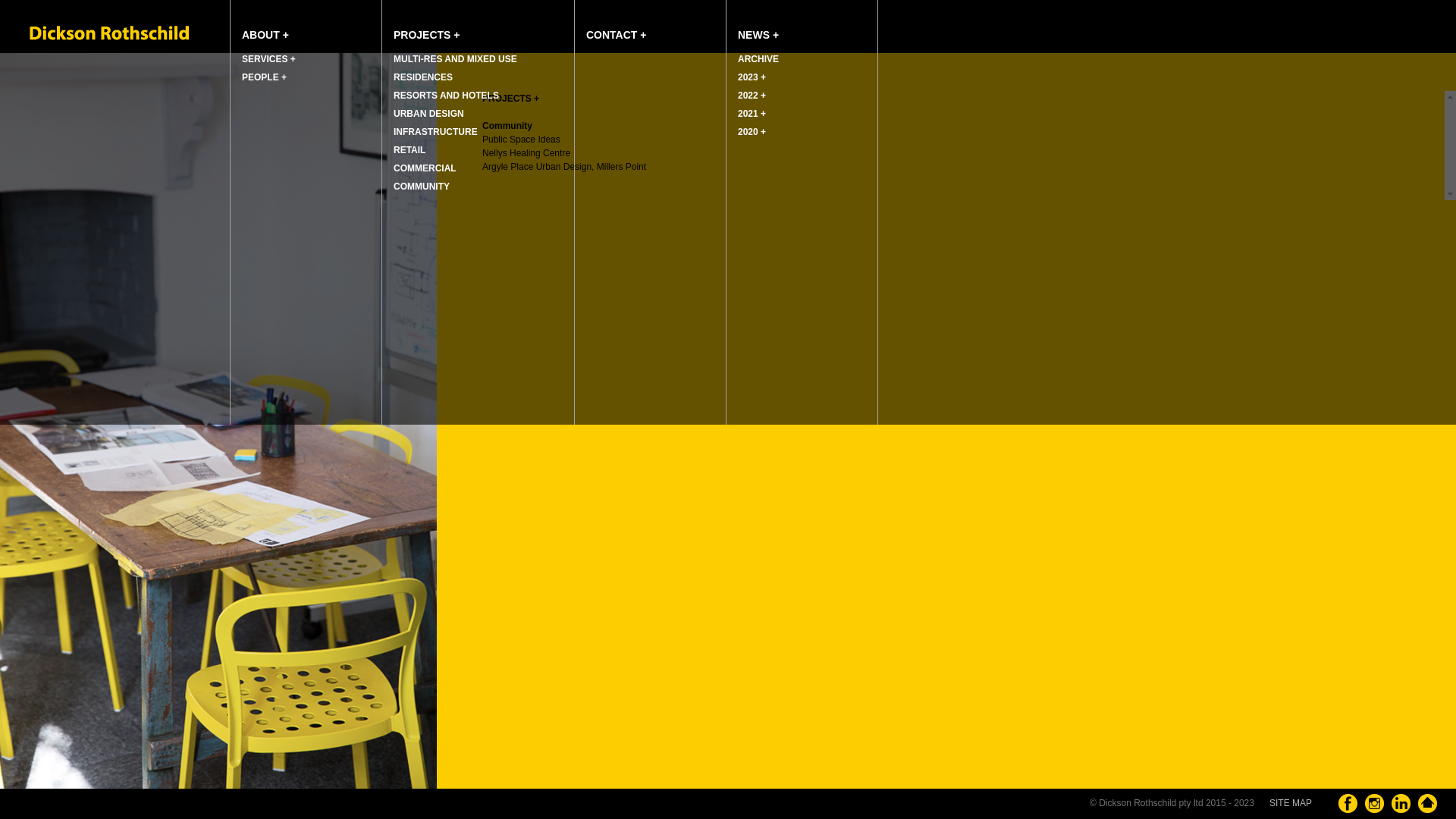 The height and width of the screenshot is (819, 1456). What do you see at coordinates (726, 58) in the screenshot?
I see `'ARCHIVE'` at bounding box center [726, 58].